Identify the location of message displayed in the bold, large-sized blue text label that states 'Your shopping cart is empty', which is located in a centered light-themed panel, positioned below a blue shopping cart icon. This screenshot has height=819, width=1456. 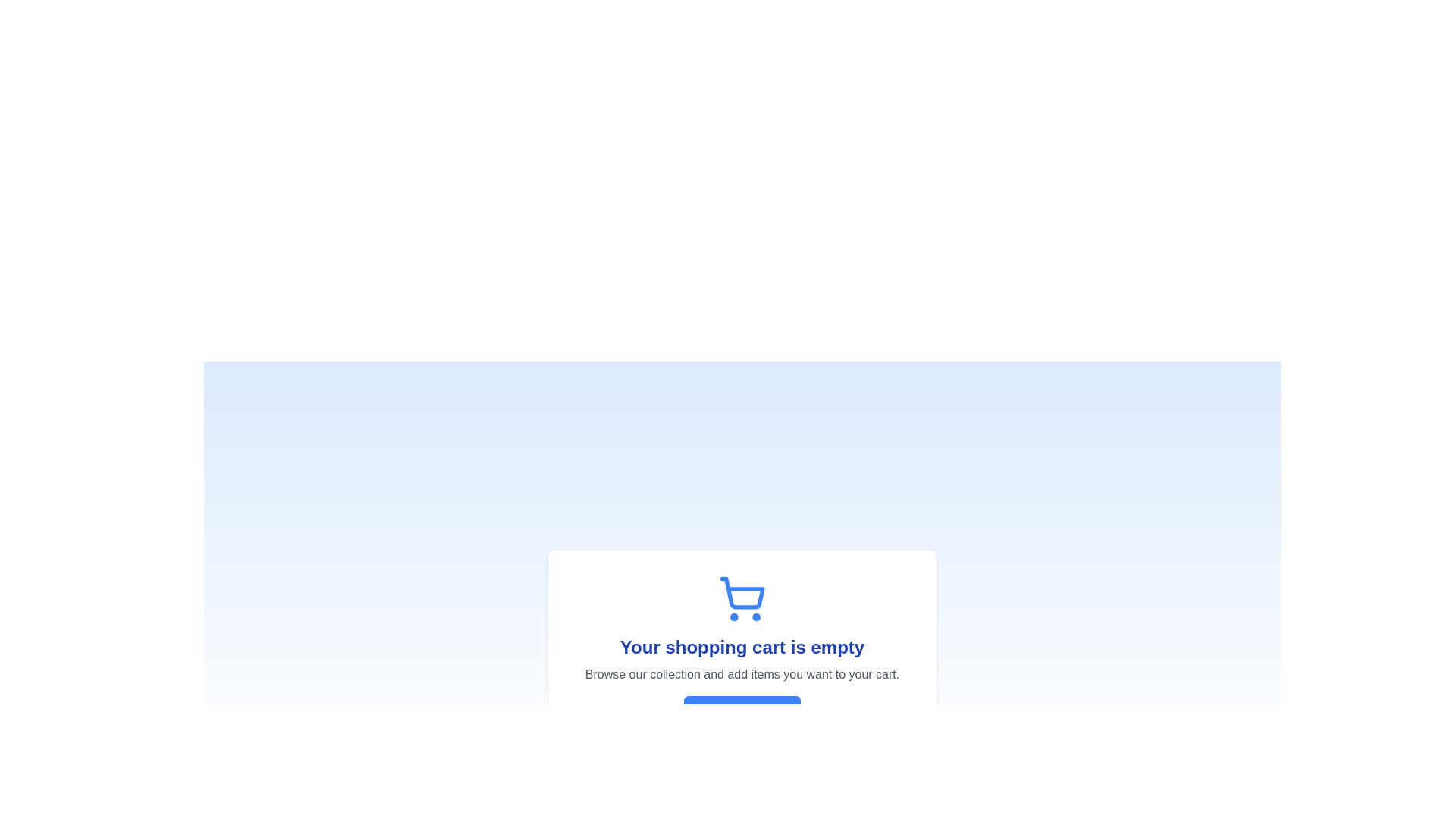
(742, 647).